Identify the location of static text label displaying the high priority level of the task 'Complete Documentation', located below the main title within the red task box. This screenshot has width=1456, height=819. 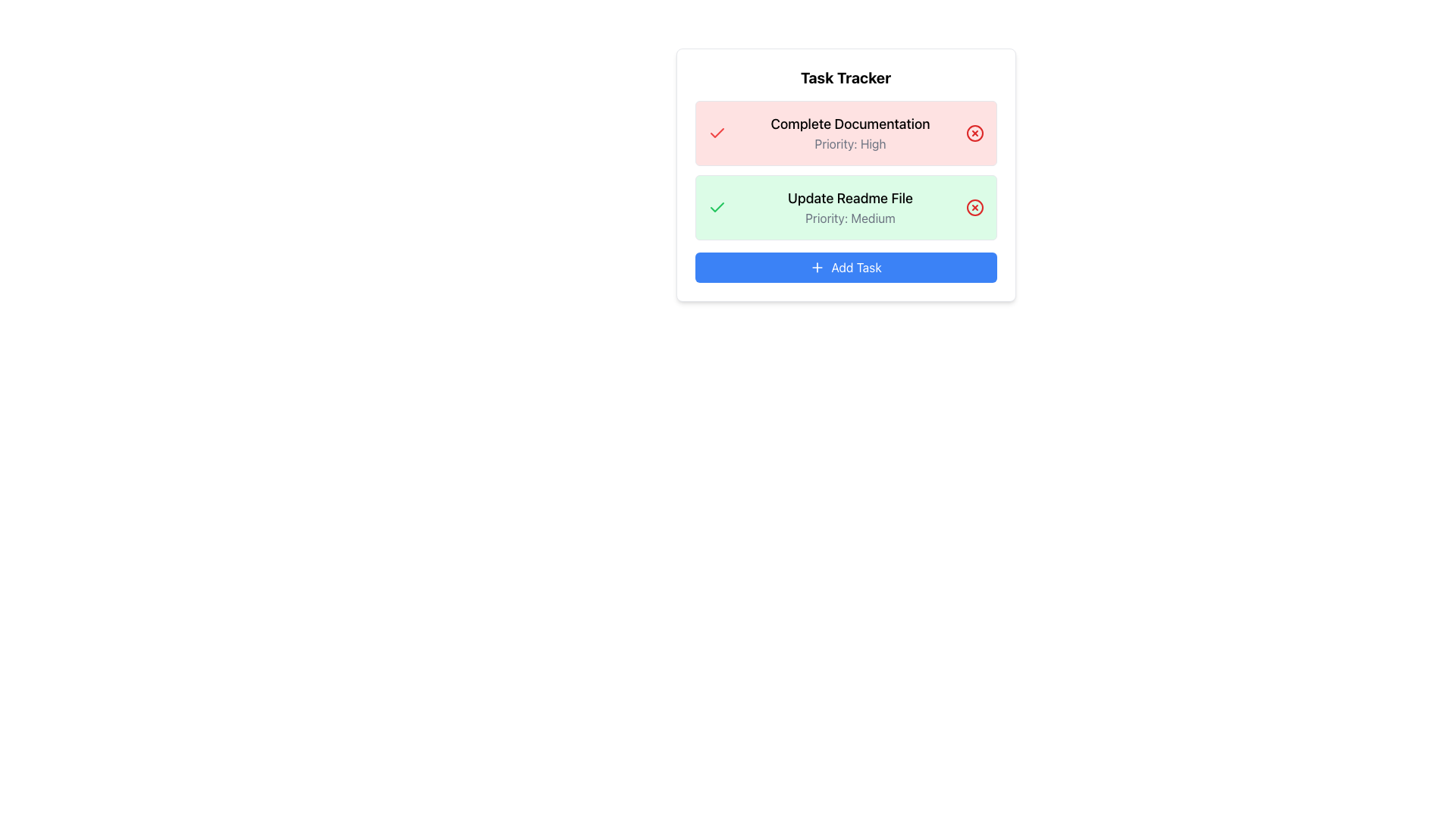
(850, 143).